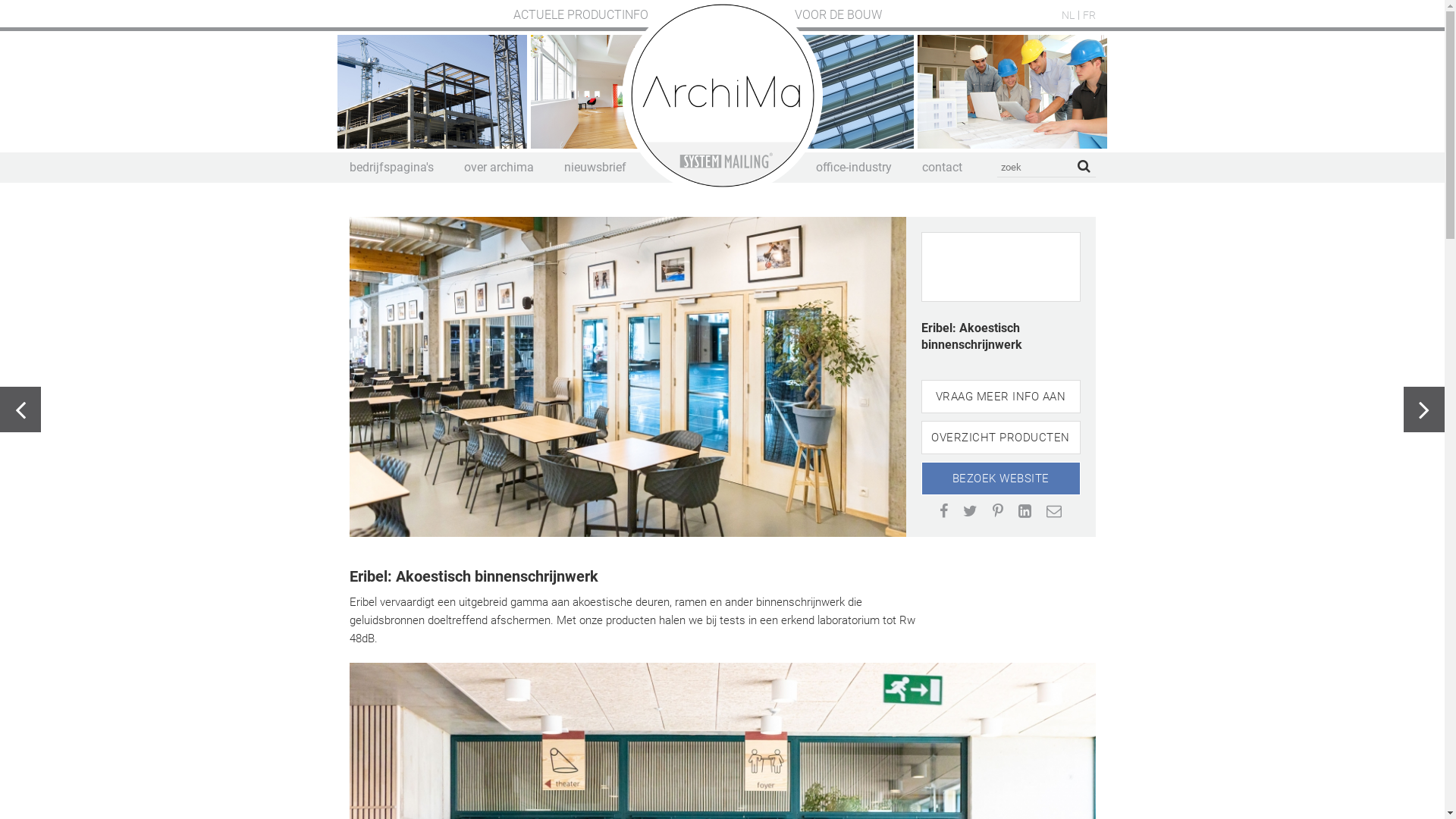 The width and height of the screenshot is (1456, 819). I want to click on 'OVERZICHT PRODUCTEN', so click(920, 438).